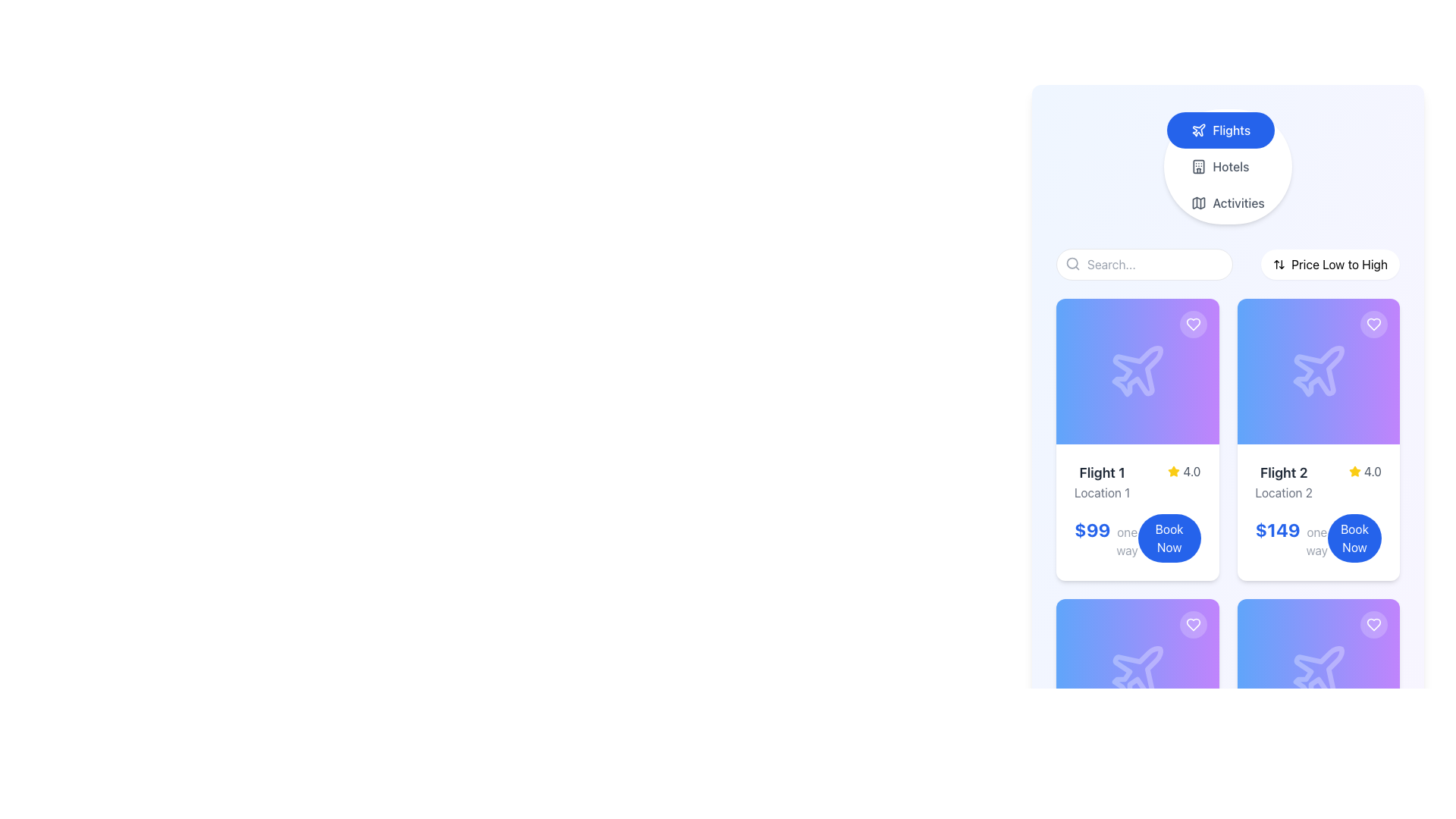 The height and width of the screenshot is (819, 1456). Describe the element at coordinates (1283, 493) in the screenshot. I see `the text label providing location information for 'Flight 2'` at that location.